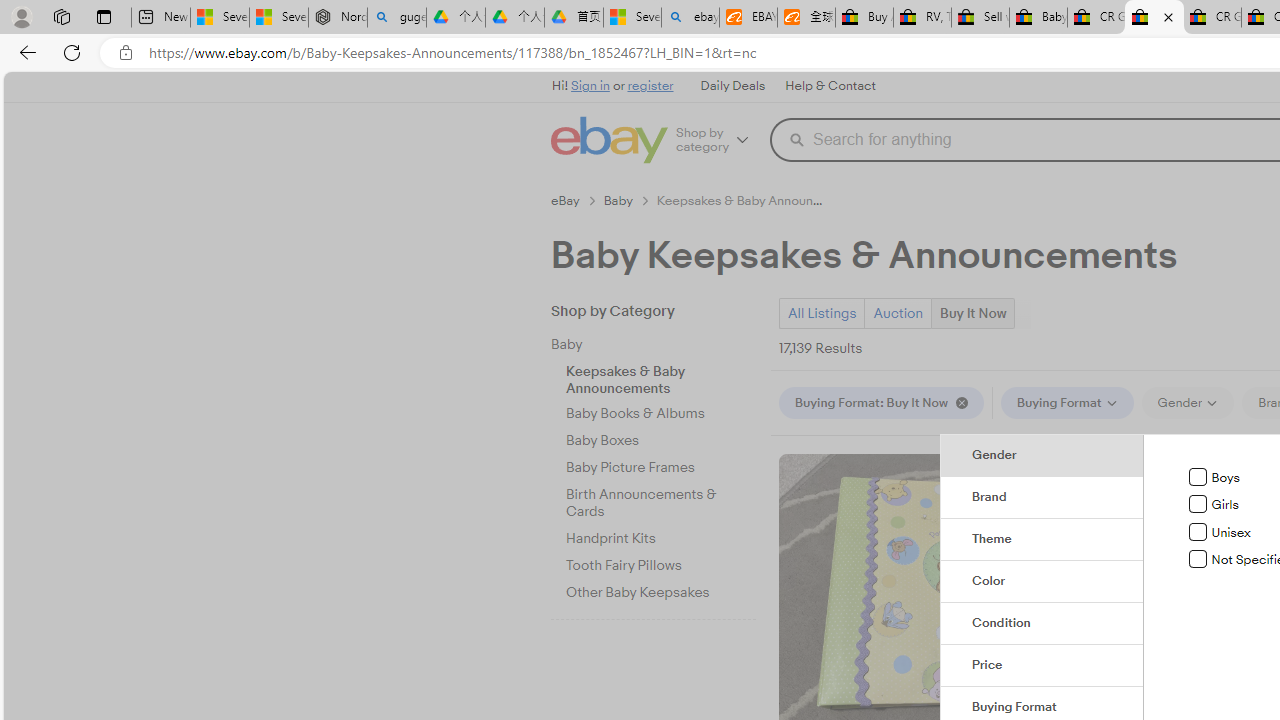  I want to click on 'Tab actions menu', so click(103, 16).